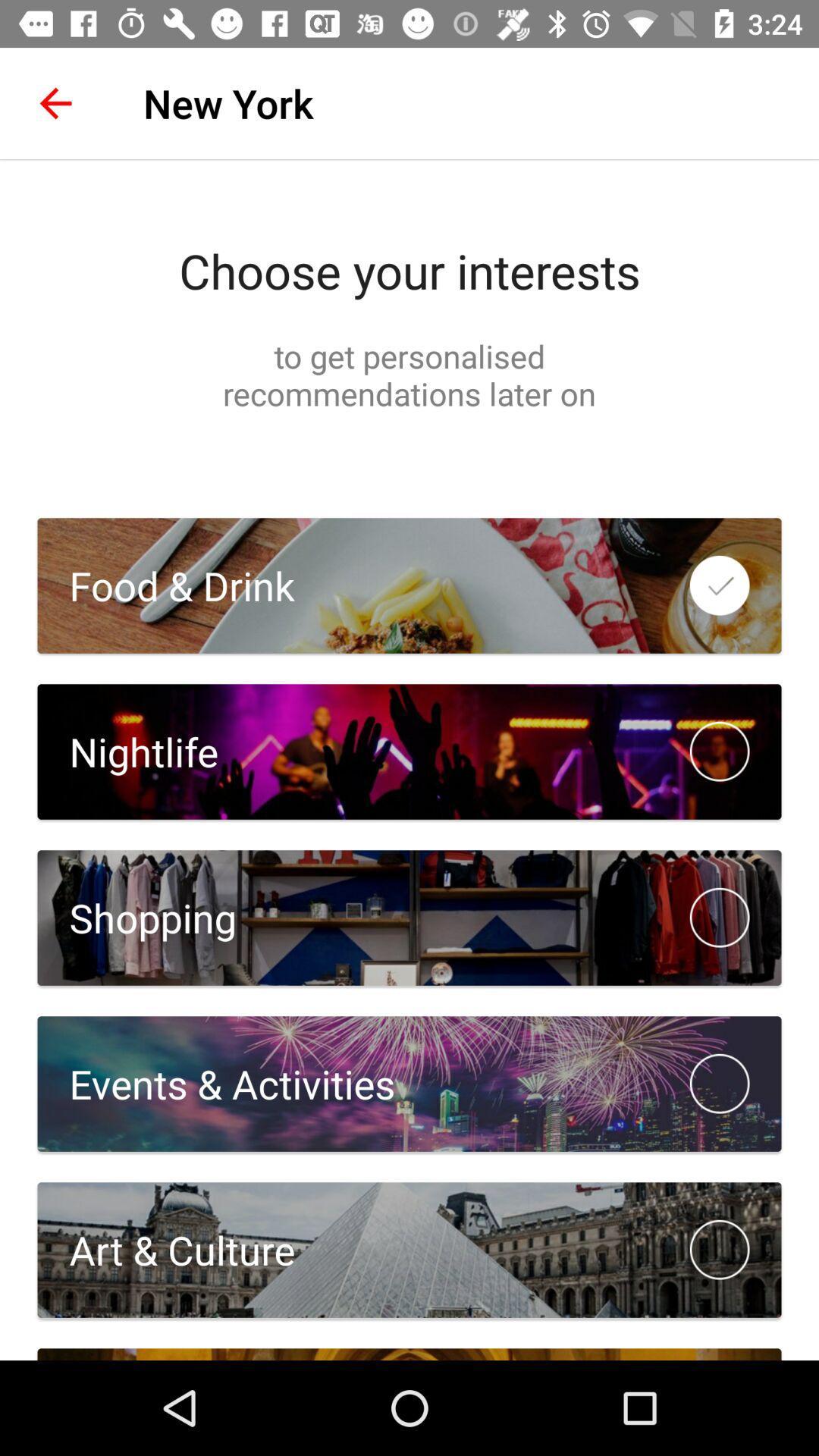 The width and height of the screenshot is (819, 1456). I want to click on shopping icon, so click(136, 917).